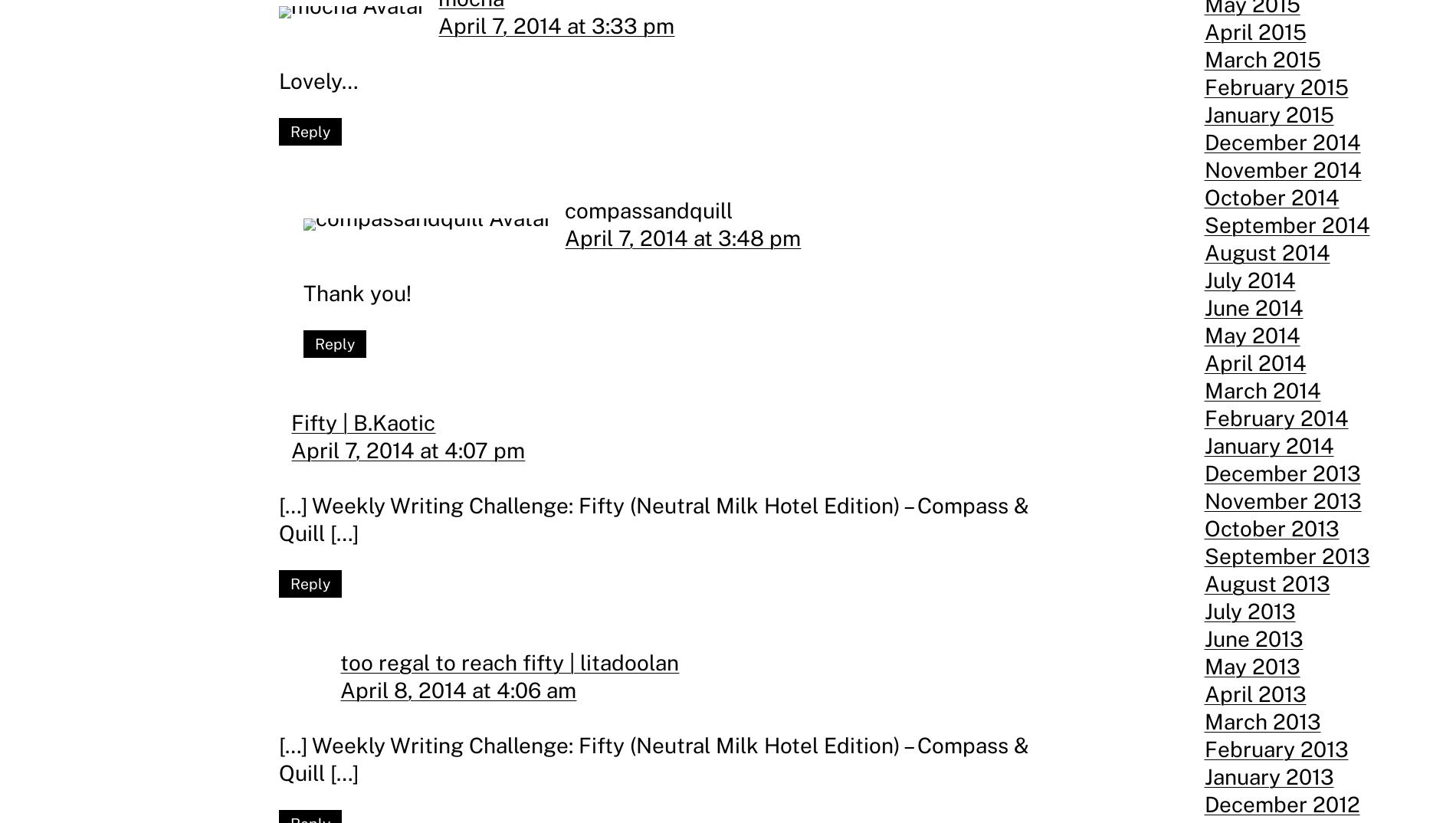 The height and width of the screenshot is (823, 1456). I want to click on 'December 2012', so click(1203, 804).